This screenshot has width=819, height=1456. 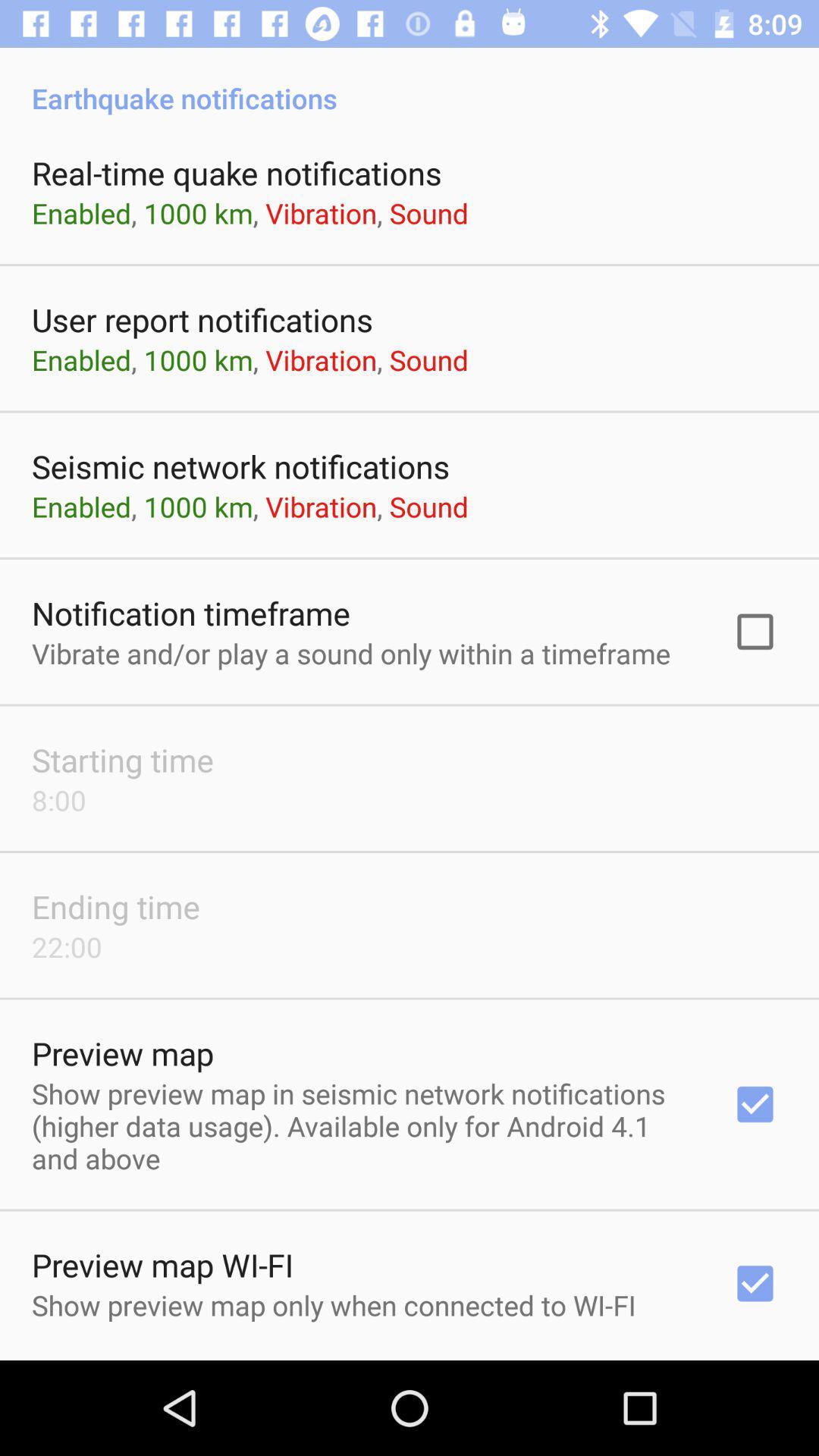 What do you see at coordinates (115, 906) in the screenshot?
I see `ending time` at bounding box center [115, 906].